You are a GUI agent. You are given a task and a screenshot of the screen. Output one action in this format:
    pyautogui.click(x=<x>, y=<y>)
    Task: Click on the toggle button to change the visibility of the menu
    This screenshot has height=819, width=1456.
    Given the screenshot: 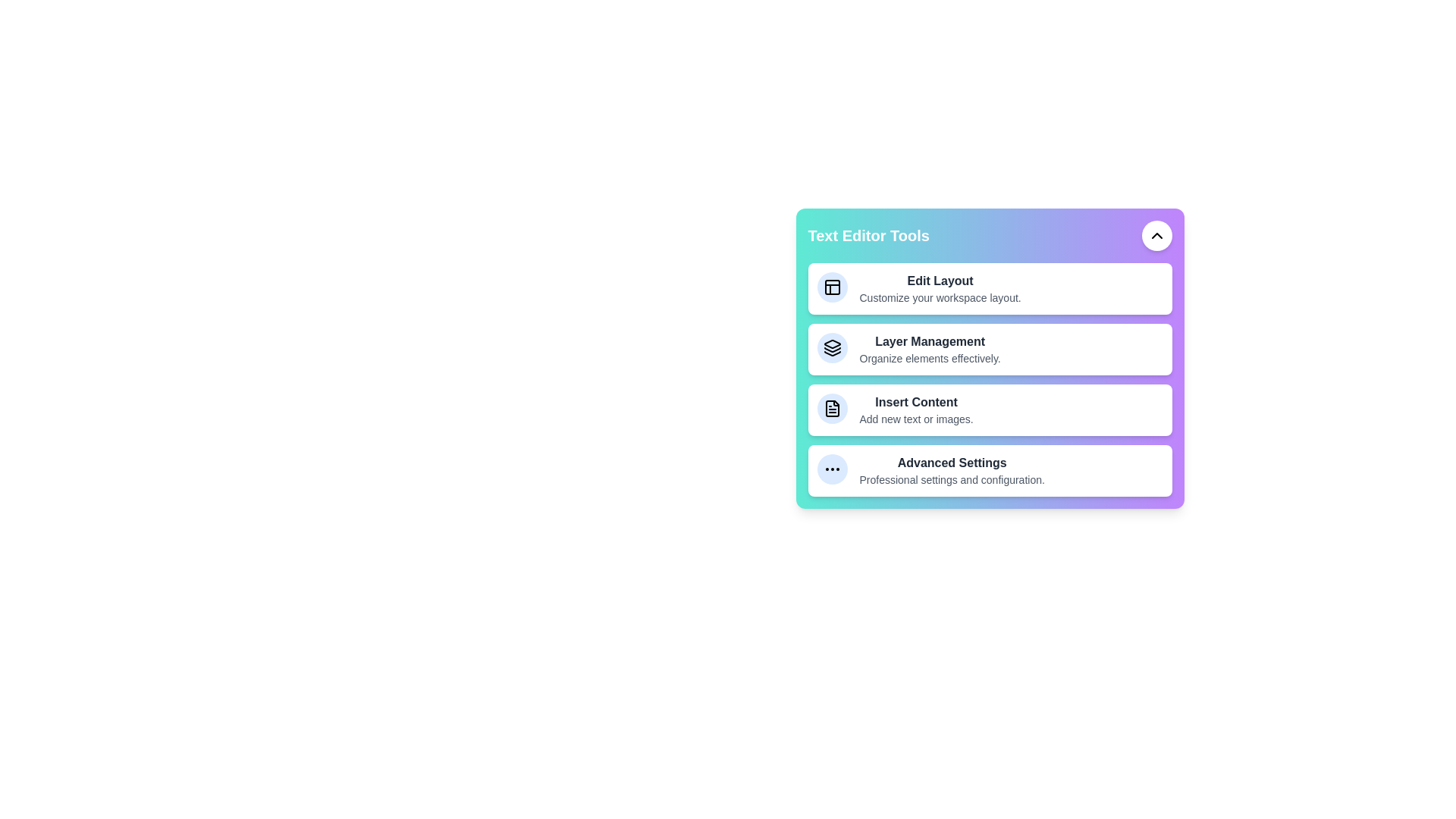 What is the action you would take?
    pyautogui.click(x=1156, y=236)
    